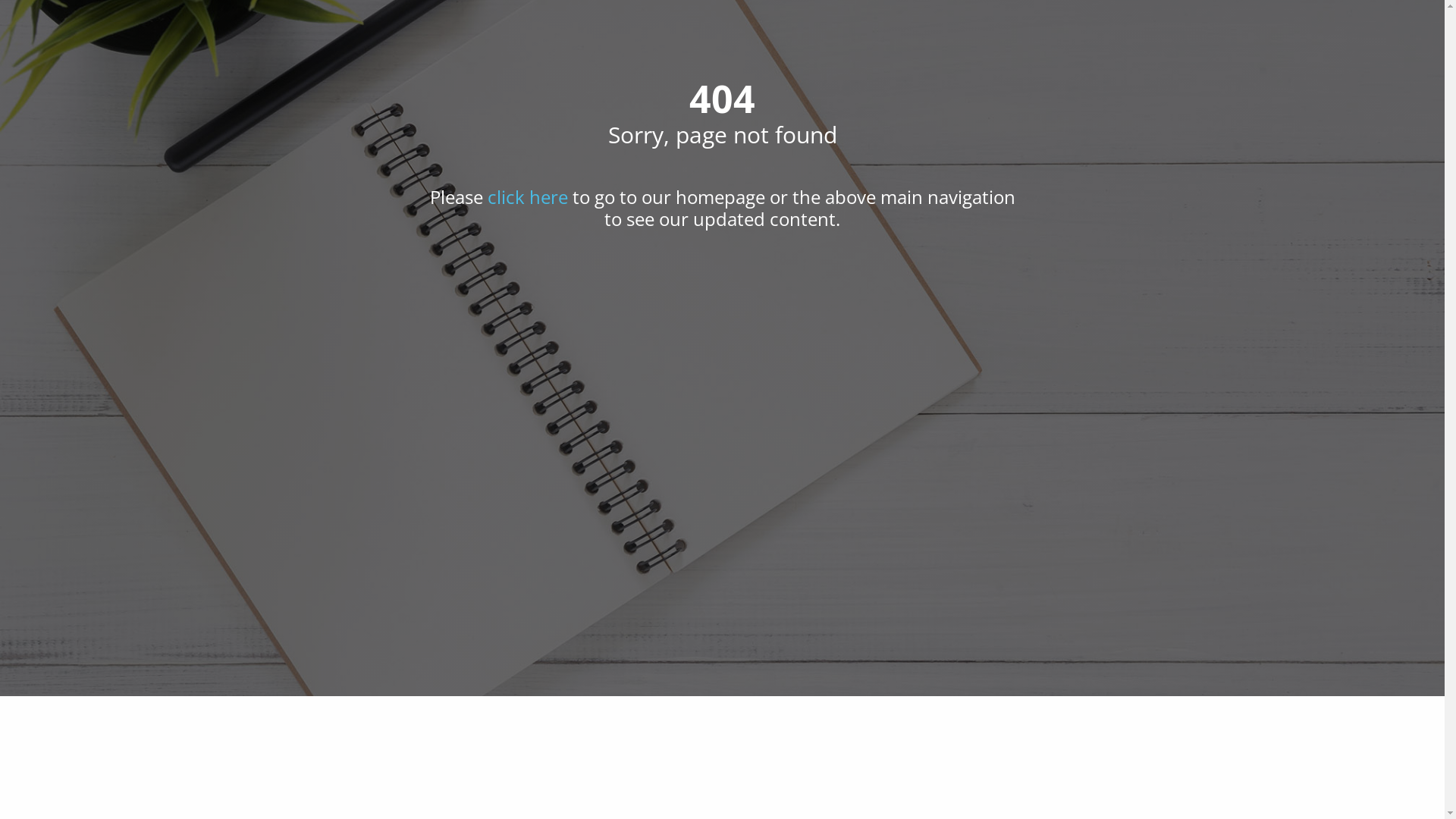  Describe the element at coordinates (487, 196) in the screenshot. I see `'click here'` at that location.